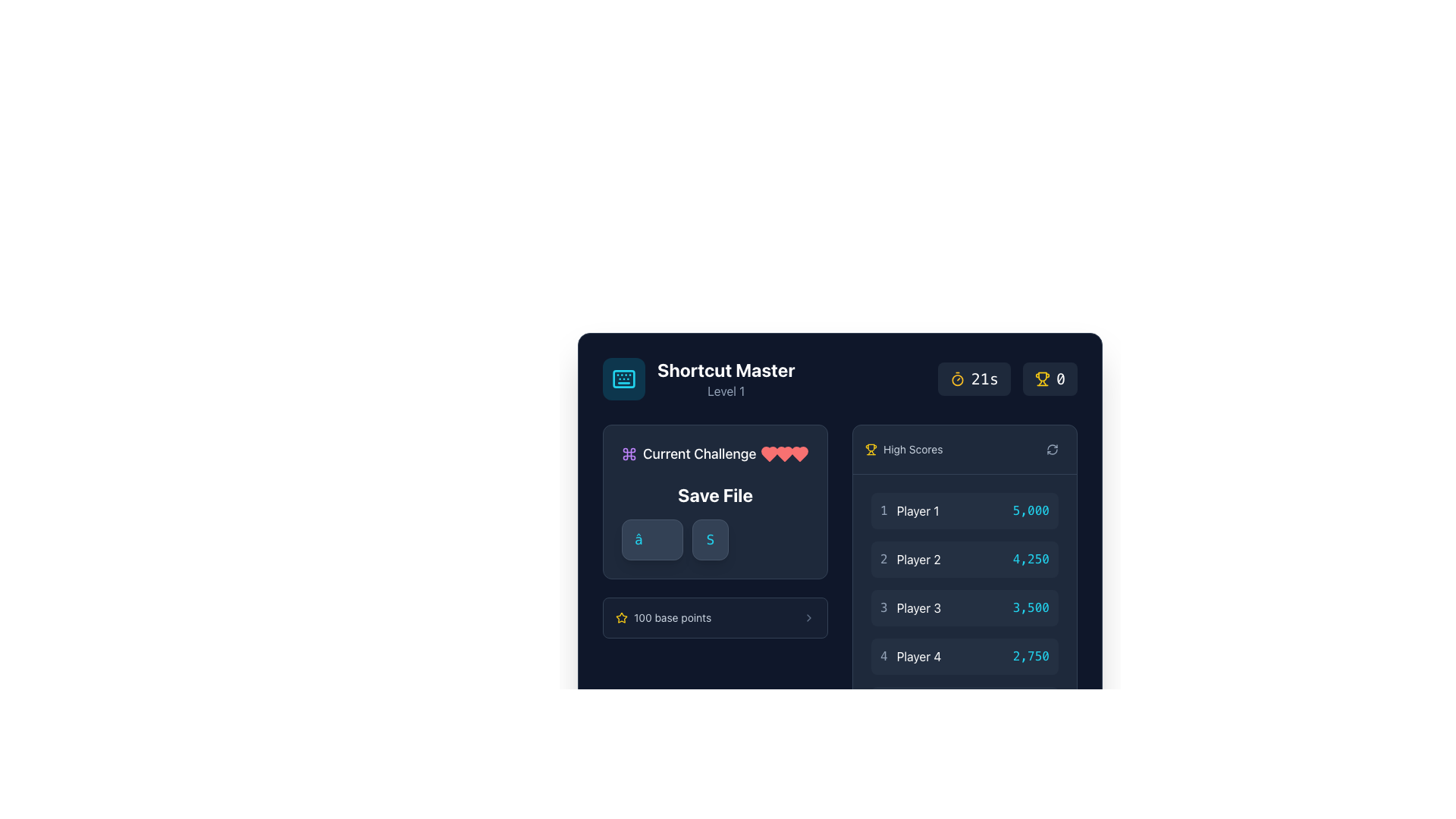 This screenshot has height=819, width=1456. What do you see at coordinates (725, 391) in the screenshot?
I see `the Text label that indicates the current level, which is located directly below the 'Shortcut Master' text and is centrally aligned within the card-like section at the top-left part of the interface` at bounding box center [725, 391].